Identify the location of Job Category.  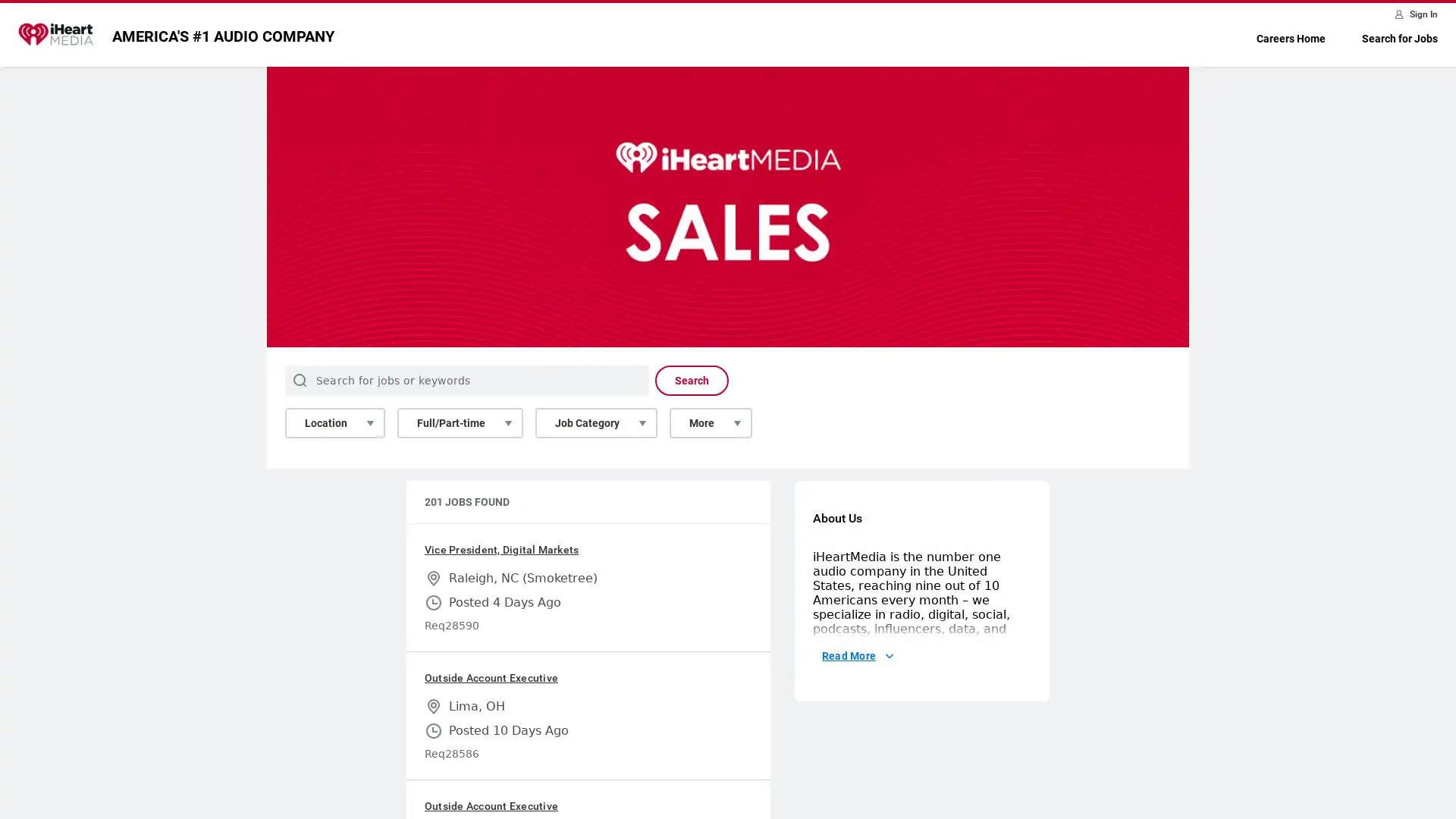
(595, 423).